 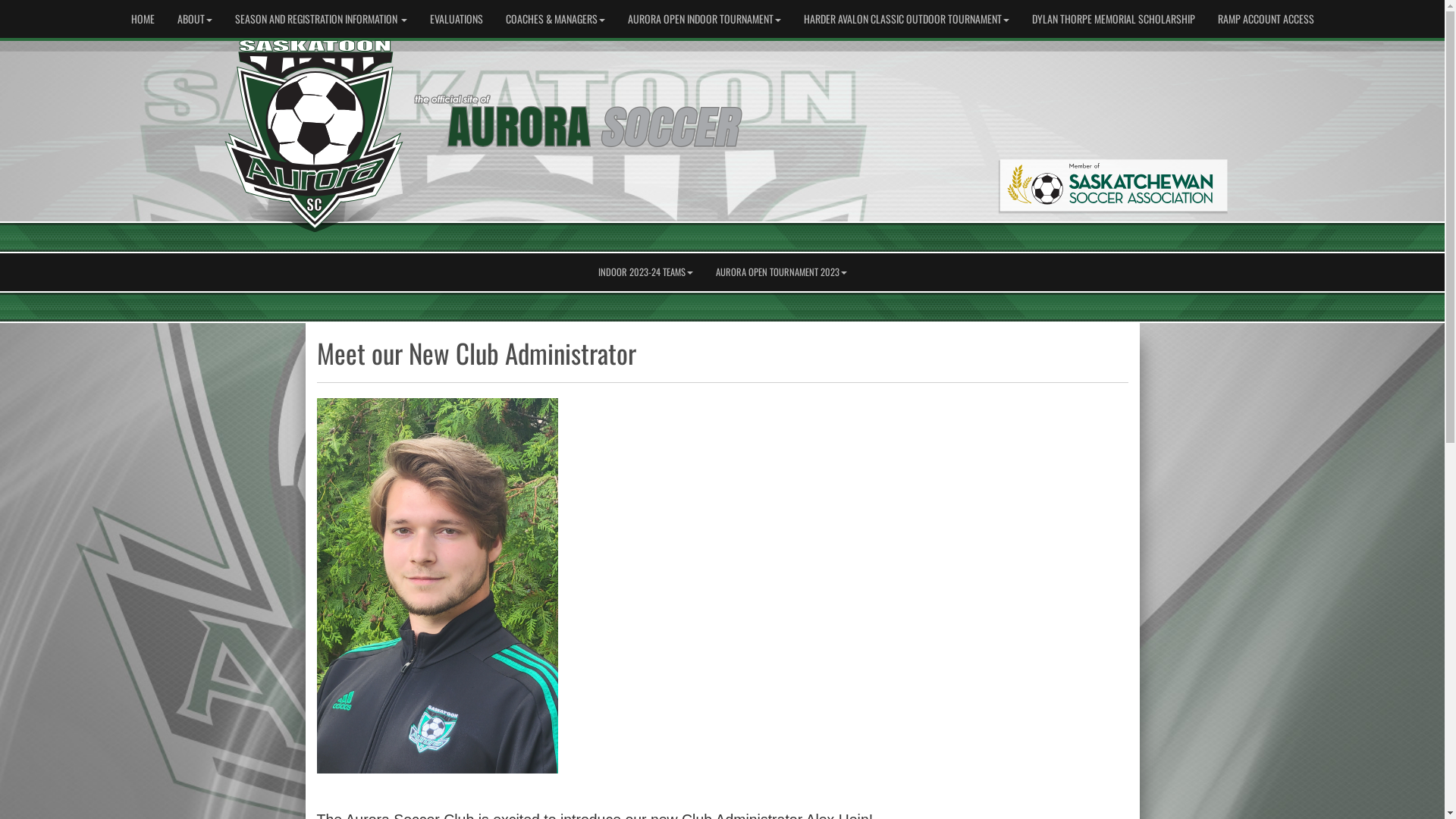 I want to click on 'SEASON AND REGISTRATION INFORMATION', so click(x=319, y=18).